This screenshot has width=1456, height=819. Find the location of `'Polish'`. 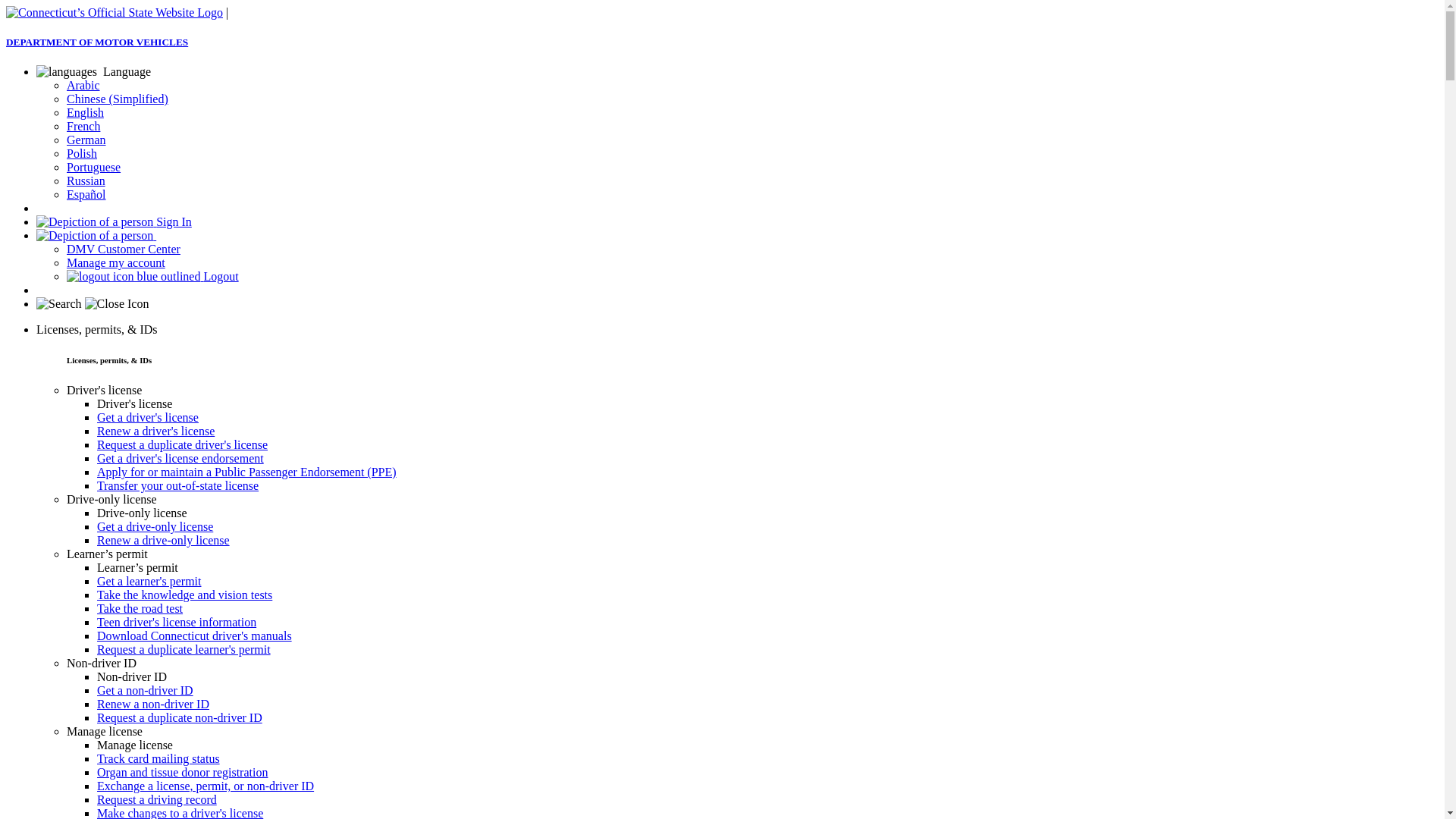

'Polish' is located at coordinates (80, 153).